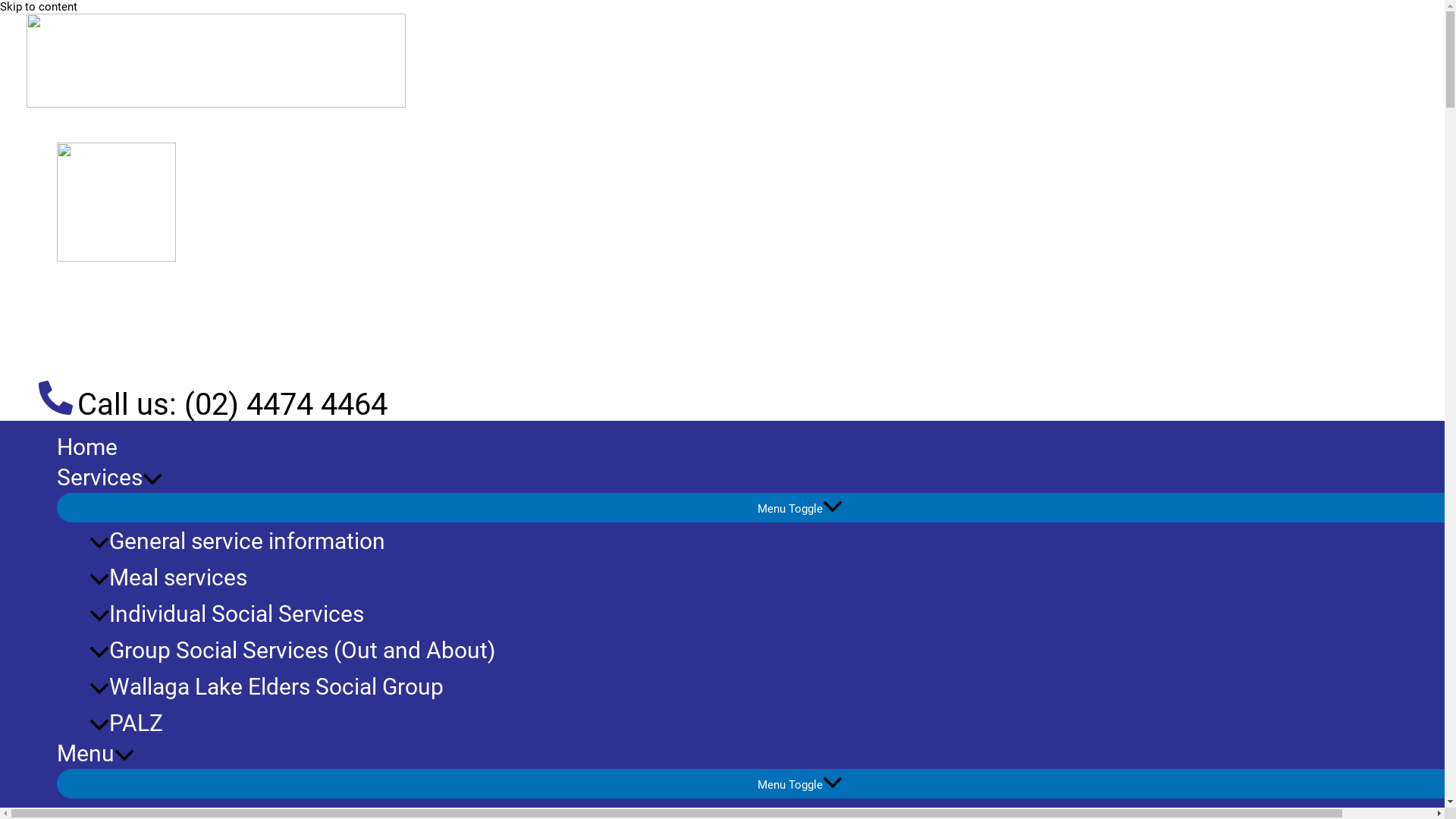 The height and width of the screenshot is (819, 1456). Describe the element at coordinates (39, 6) in the screenshot. I see `'Skip to content'` at that location.